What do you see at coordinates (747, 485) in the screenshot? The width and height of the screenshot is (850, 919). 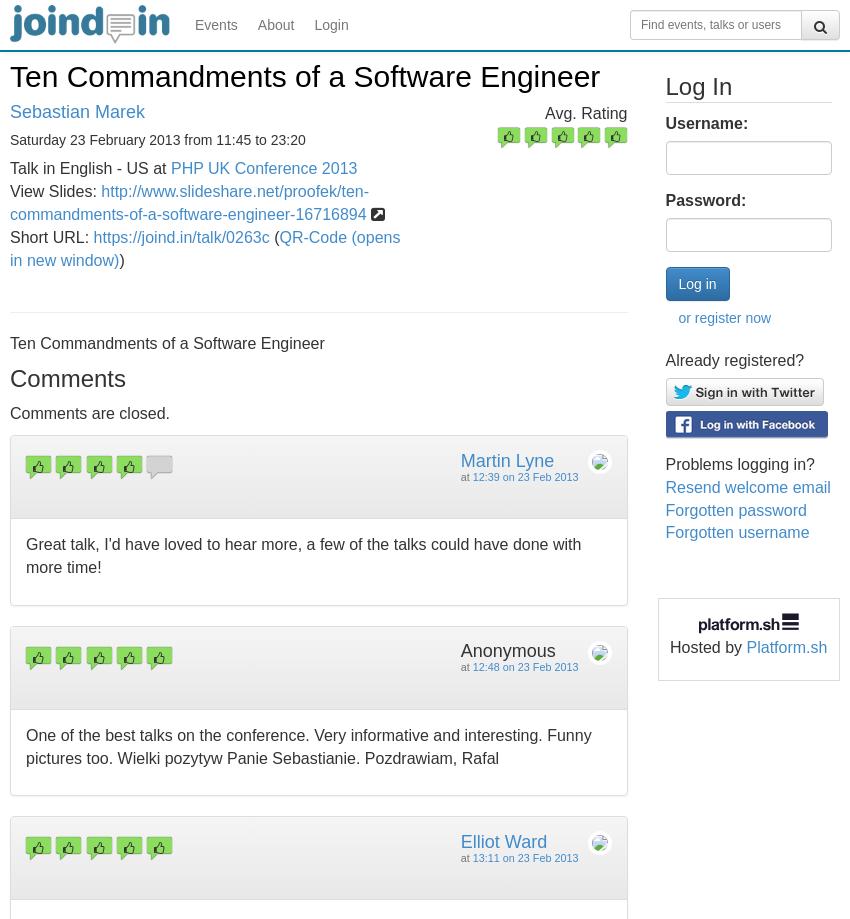 I see `'Resend welcome email'` at bounding box center [747, 485].